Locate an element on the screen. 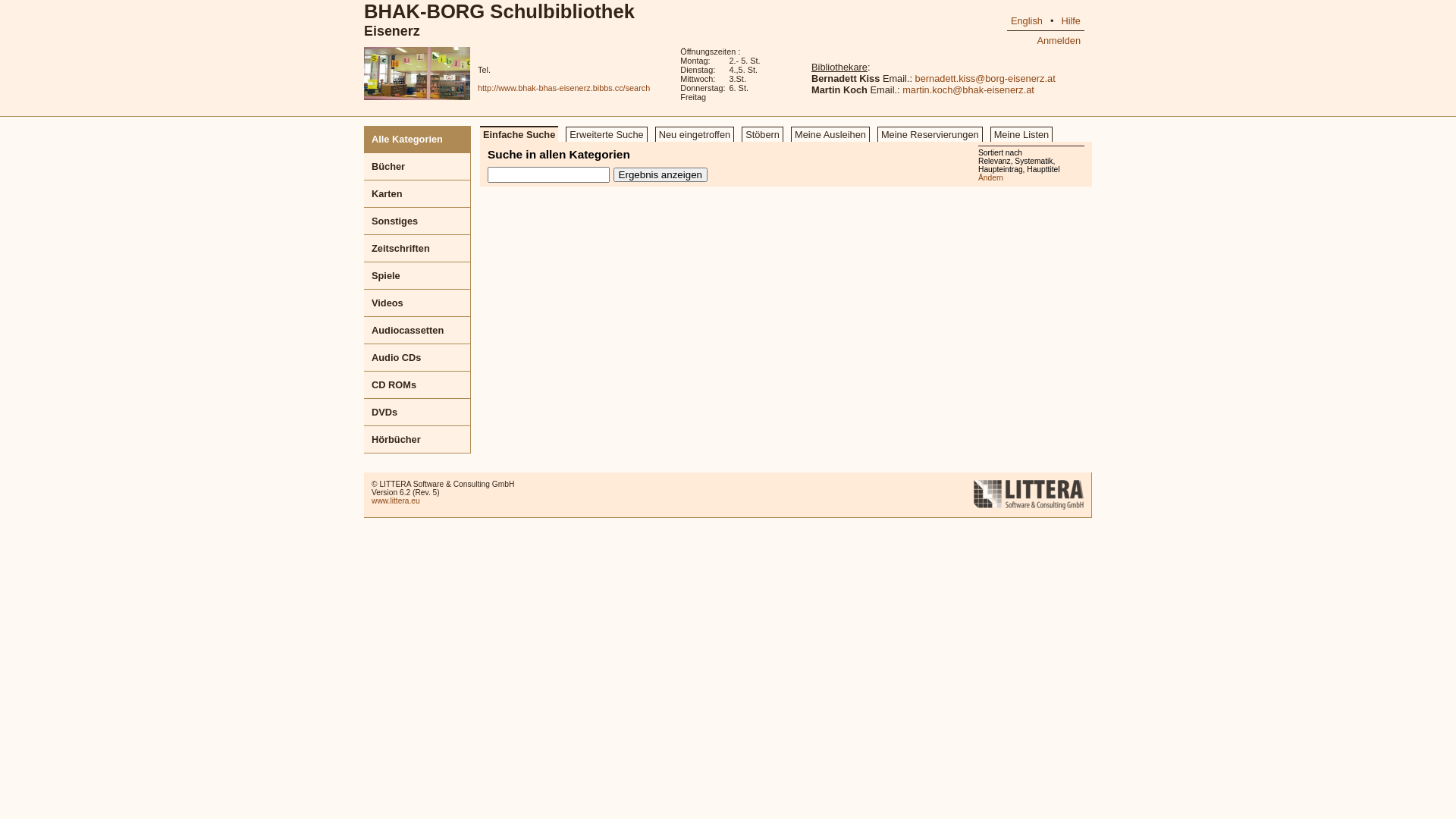  'Anmelden' is located at coordinates (1058, 39).